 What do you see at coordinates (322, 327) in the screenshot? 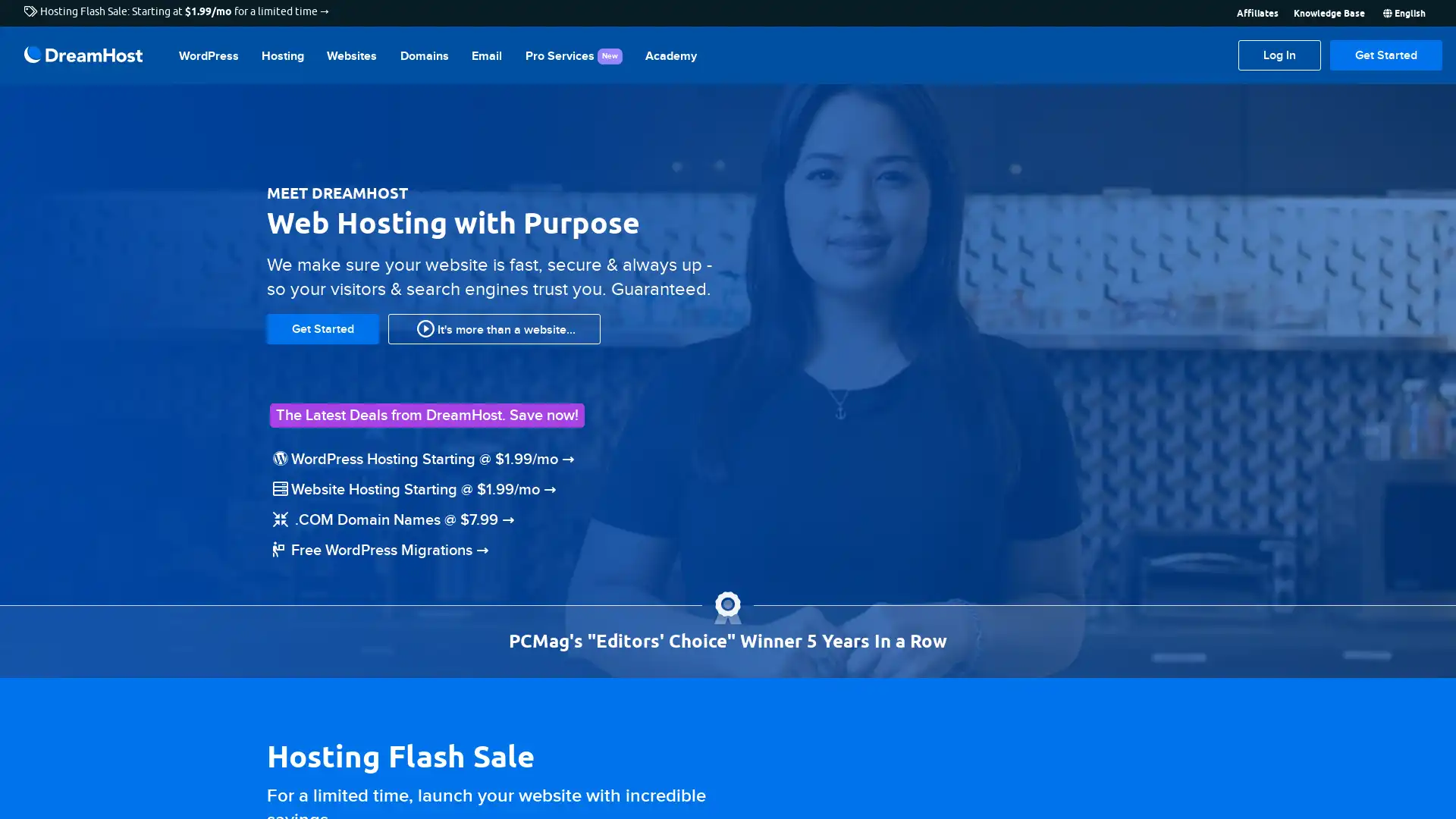
I see `Get Started` at bounding box center [322, 327].